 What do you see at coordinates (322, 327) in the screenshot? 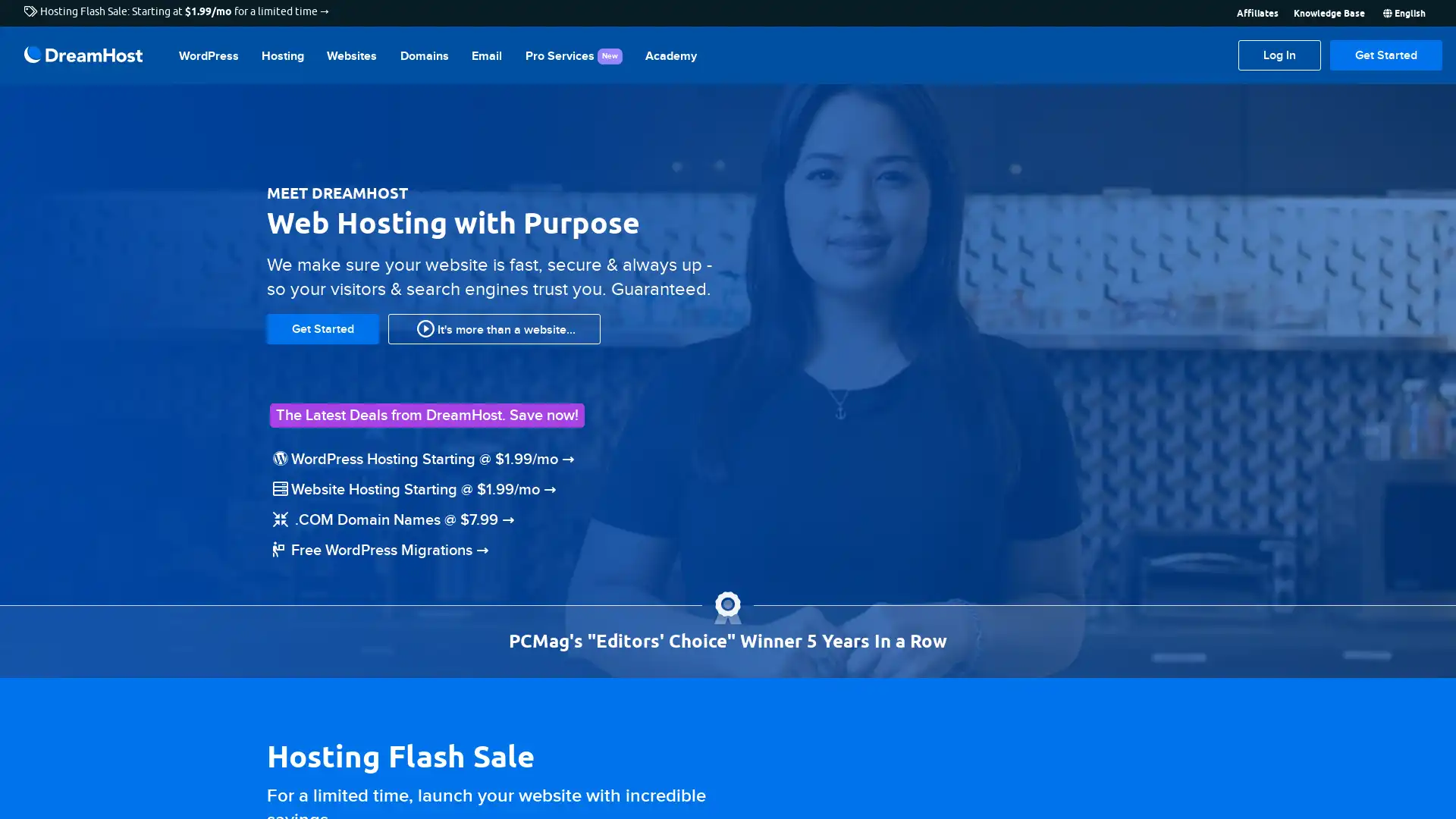
I see `Get Started` at bounding box center [322, 327].